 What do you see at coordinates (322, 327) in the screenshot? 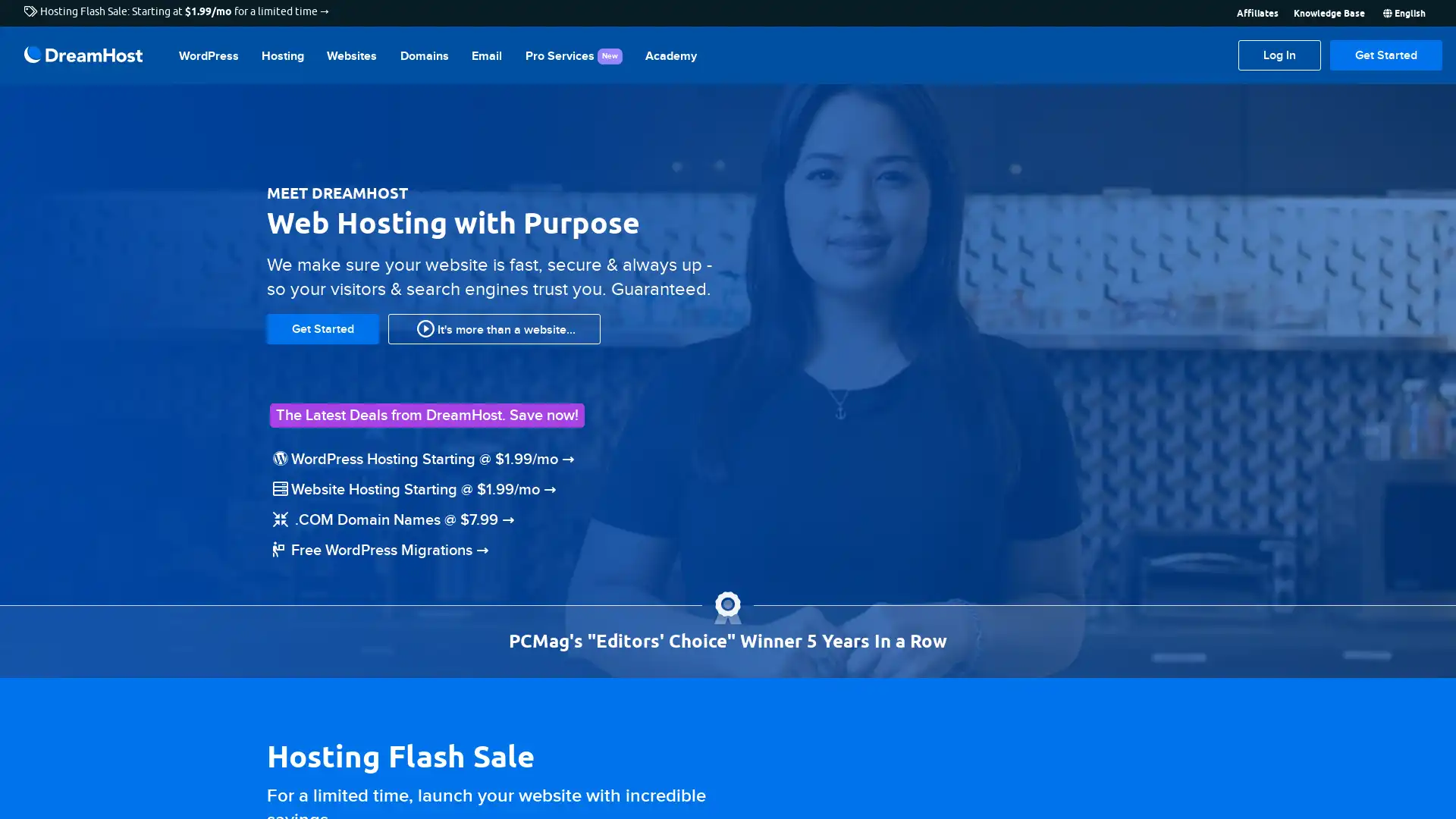
I see `Get Started` at bounding box center [322, 327].